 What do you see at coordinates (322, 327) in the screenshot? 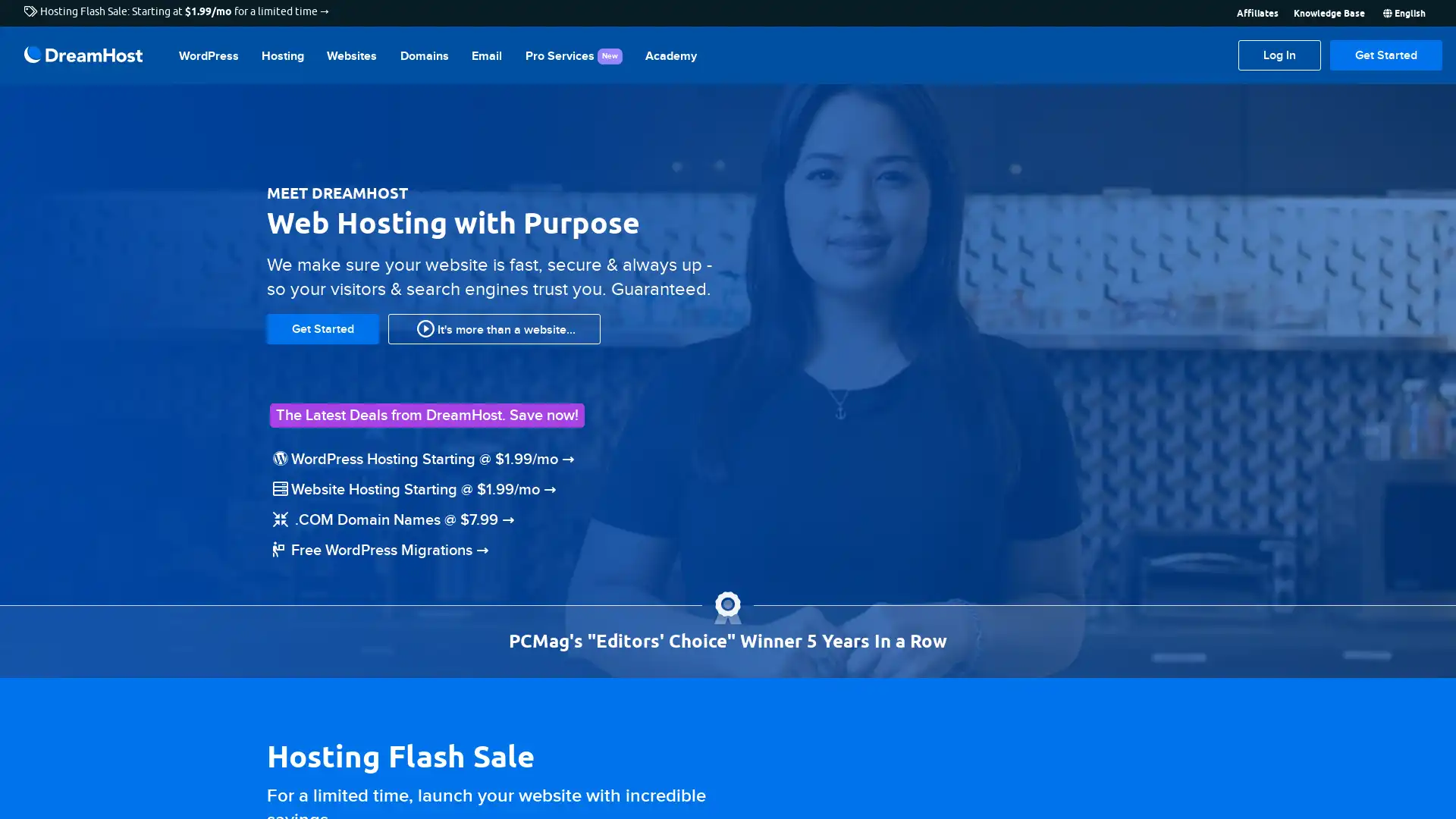
I see `Get Started` at bounding box center [322, 327].